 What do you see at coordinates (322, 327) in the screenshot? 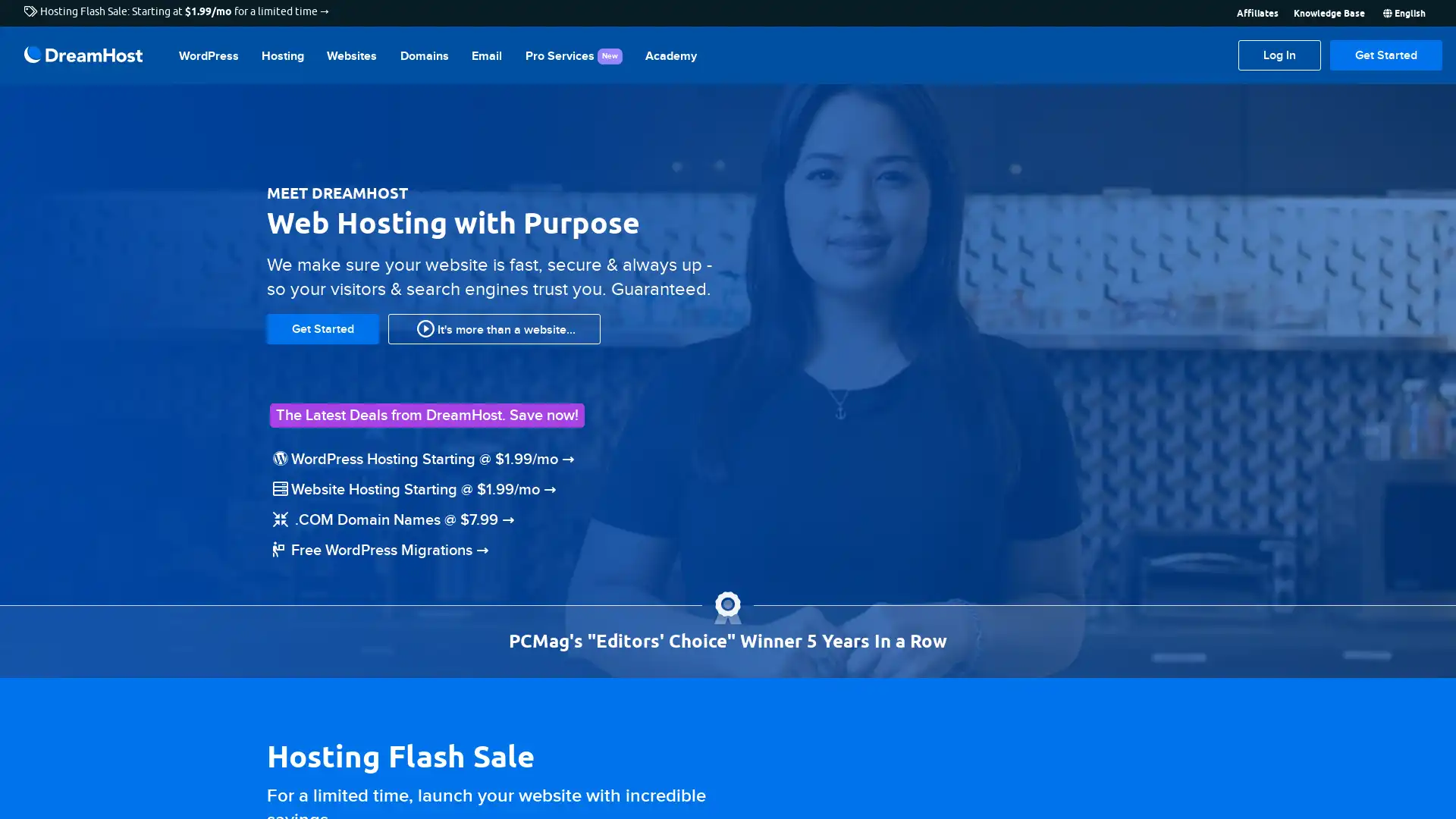
I see `Get Started` at bounding box center [322, 327].